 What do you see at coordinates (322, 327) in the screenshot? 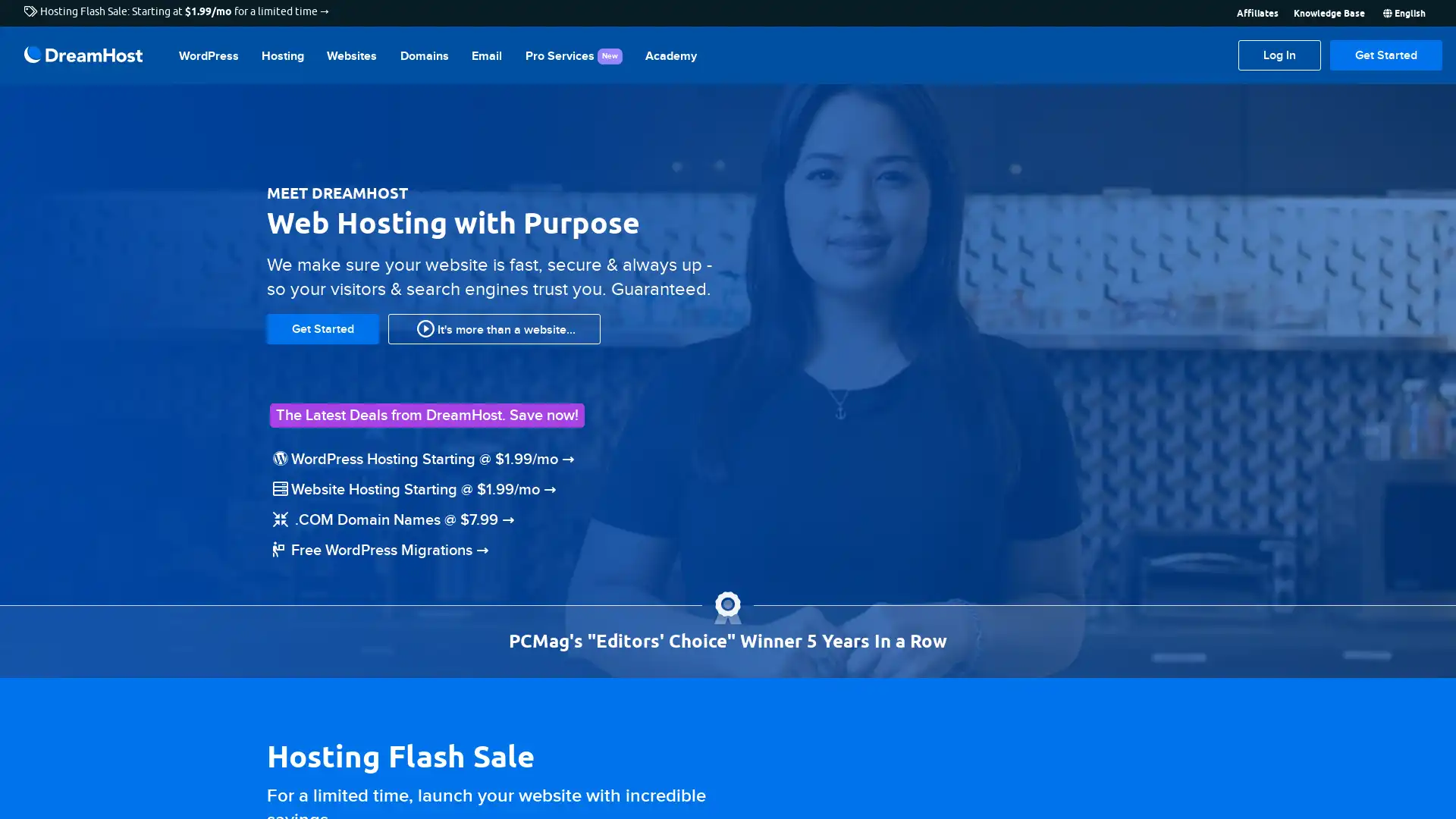
I see `Get Started` at bounding box center [322, 327].